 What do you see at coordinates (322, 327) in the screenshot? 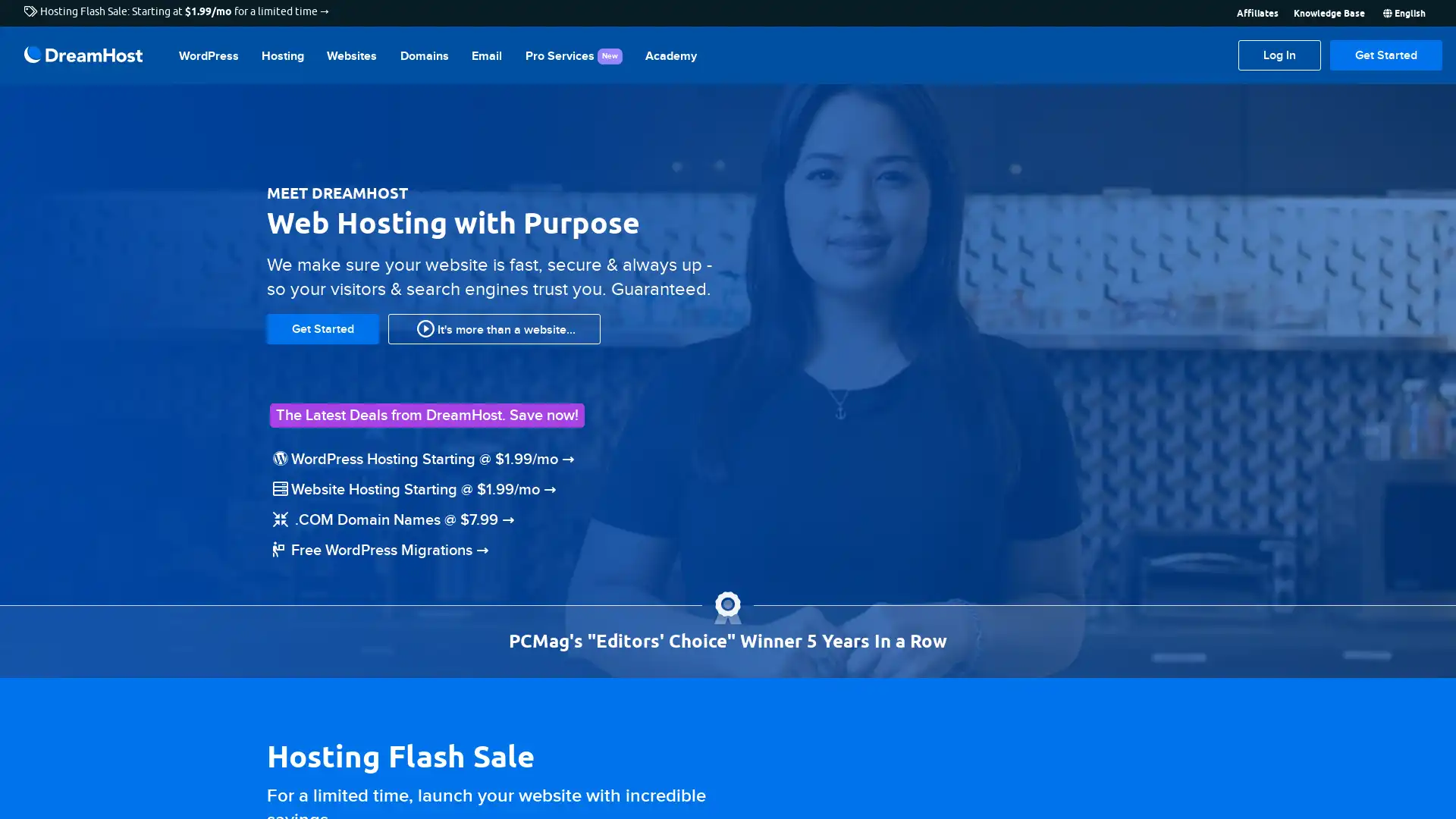
I see `Get Started` at bounding box center [322, 327].